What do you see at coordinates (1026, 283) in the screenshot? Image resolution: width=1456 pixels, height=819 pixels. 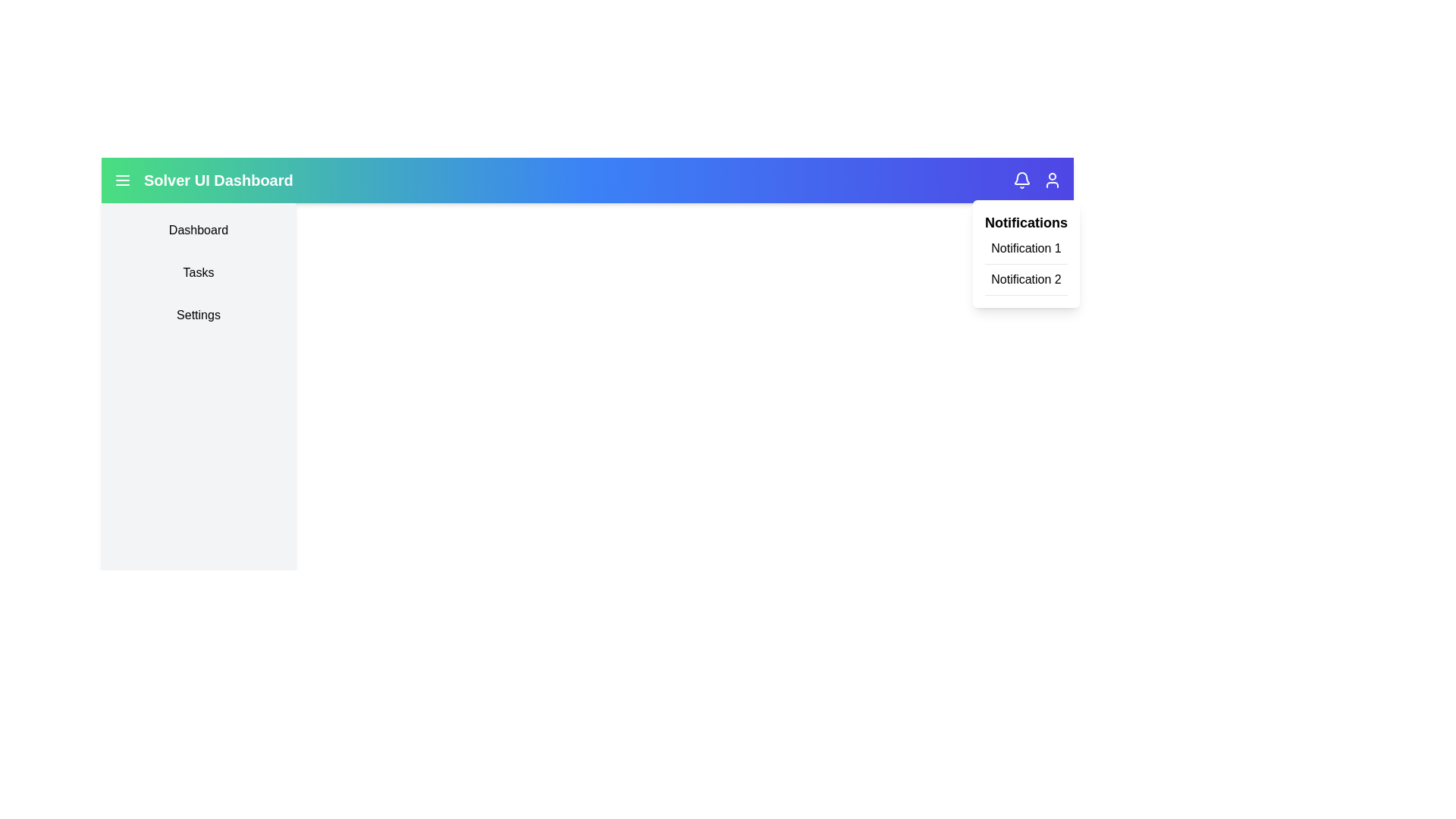 I see `the 'Notification 2' text element located in the dropdown panel beneath the 'Notifications' title, positioned as the second item in the list` at bounding box center [1026, 283].